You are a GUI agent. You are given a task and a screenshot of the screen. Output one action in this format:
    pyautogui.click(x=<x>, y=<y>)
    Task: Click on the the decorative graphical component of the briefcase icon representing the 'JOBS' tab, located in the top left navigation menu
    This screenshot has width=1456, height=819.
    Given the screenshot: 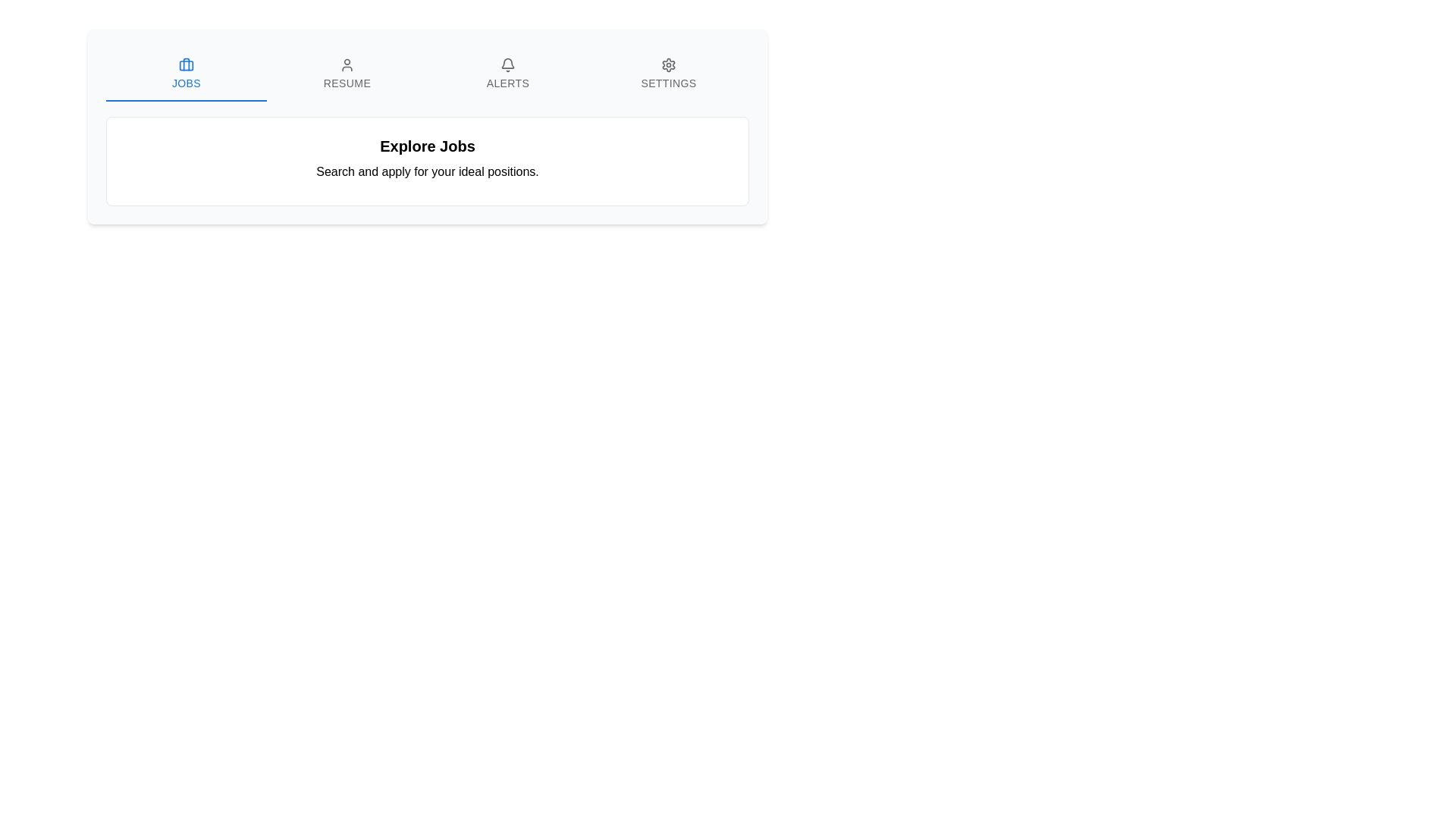 What is the action you would take?
    pyautogui.click(x=185, y=65)
    